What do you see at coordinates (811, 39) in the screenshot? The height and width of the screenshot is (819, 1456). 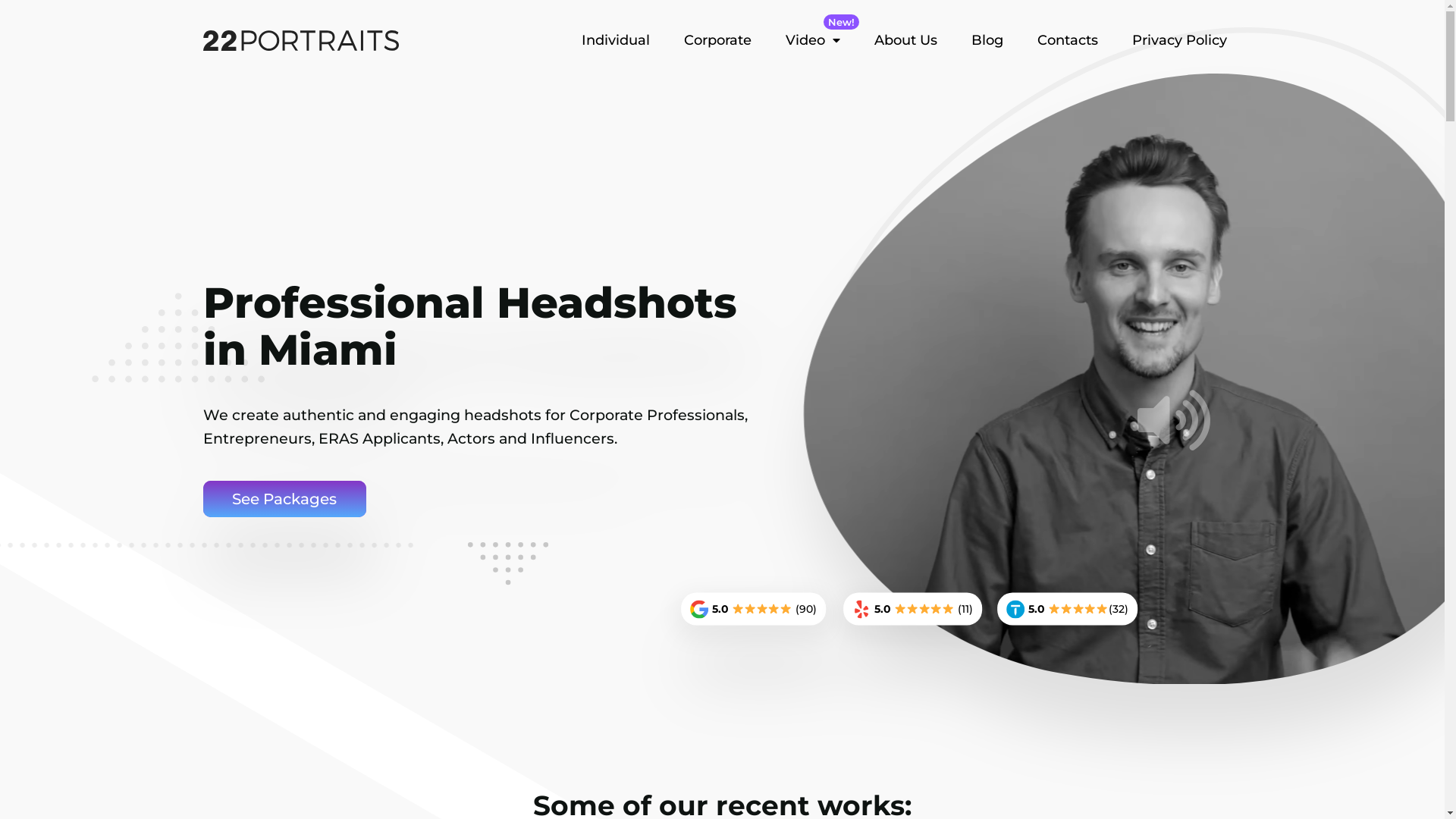 I see `'New!` at bounding box center [811, 39].